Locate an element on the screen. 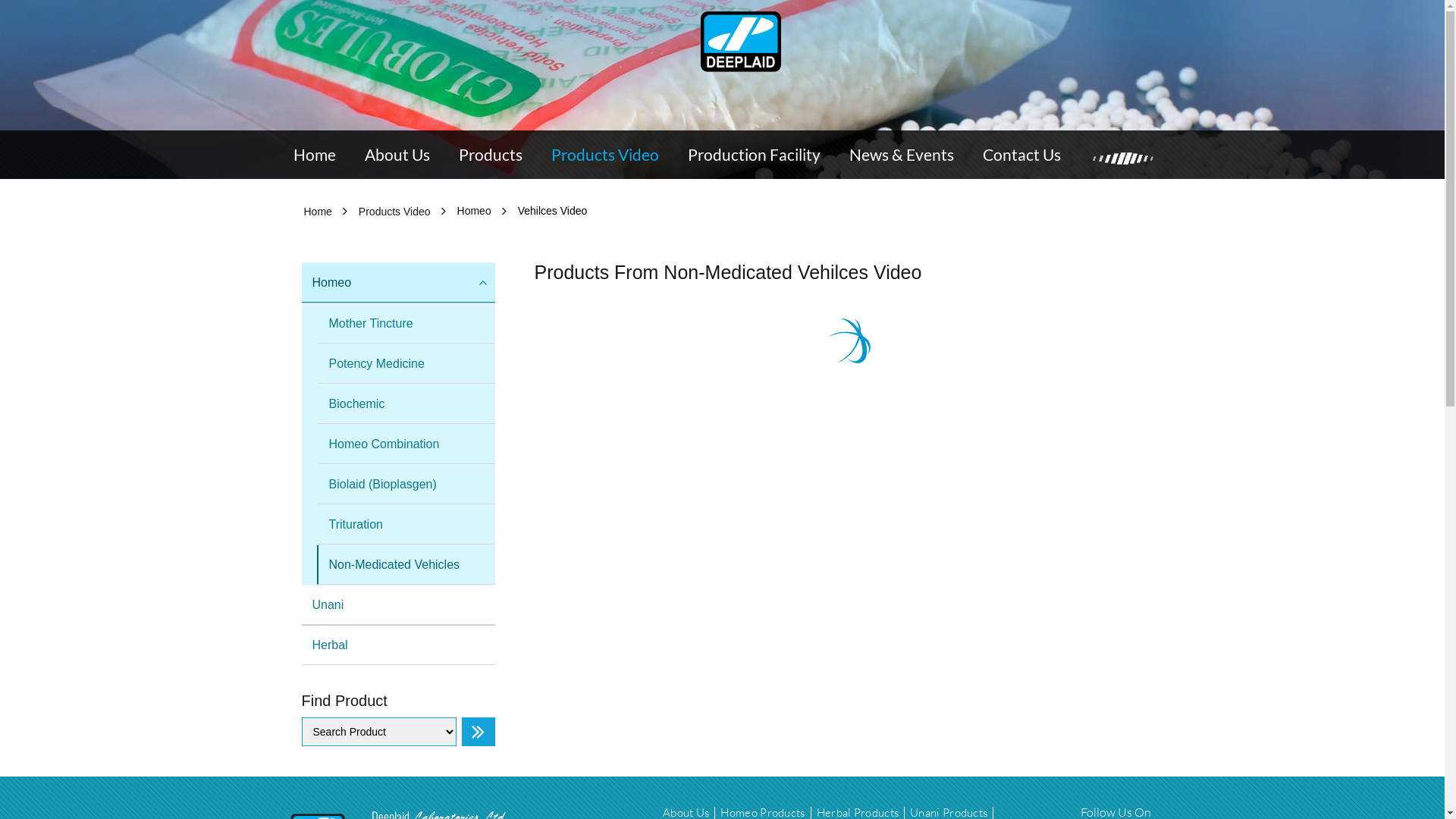  'News & Events' is located at coordinates (902, 155).